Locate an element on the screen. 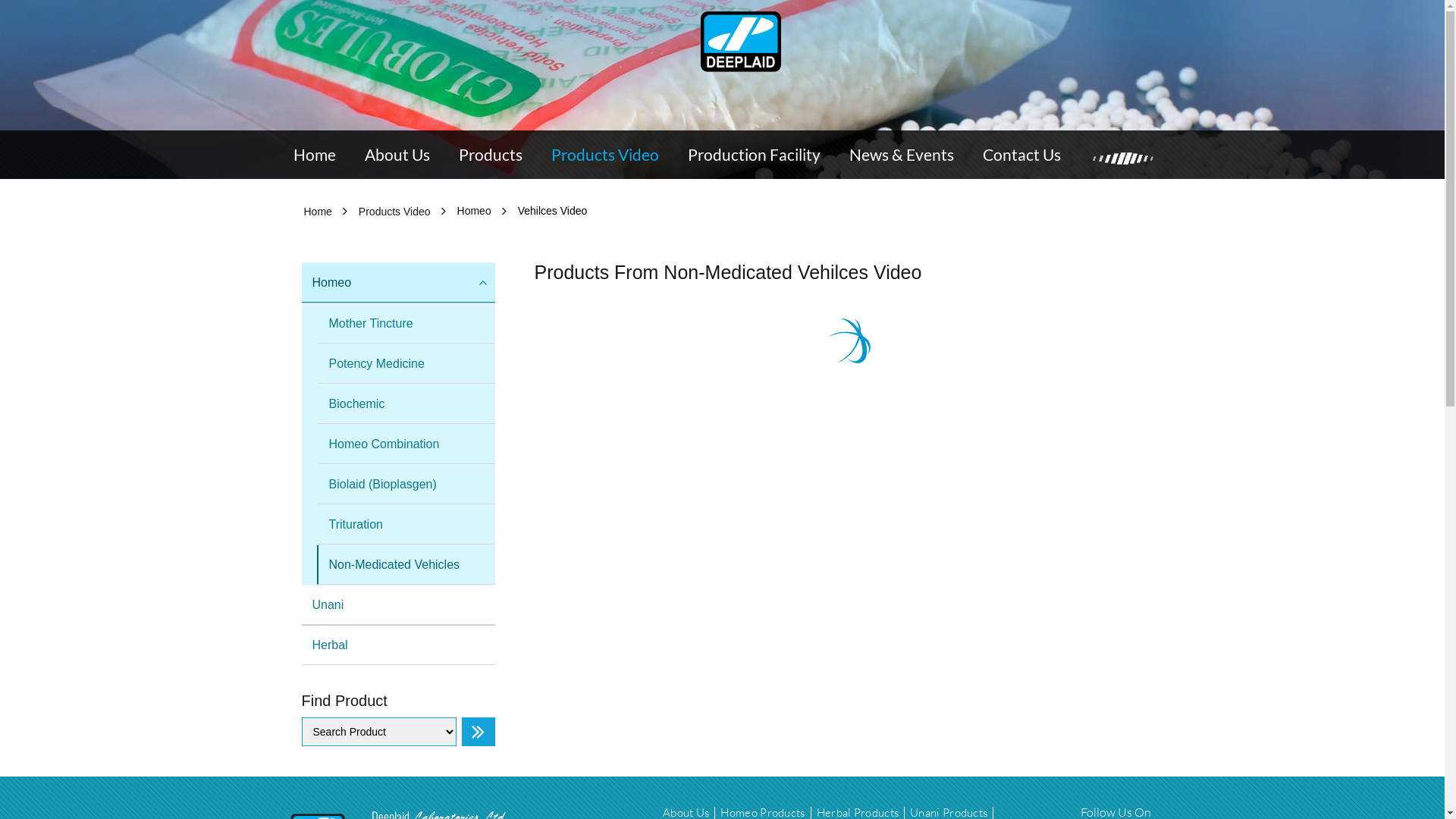  'News & Events' is located at coordinates (902, 155).